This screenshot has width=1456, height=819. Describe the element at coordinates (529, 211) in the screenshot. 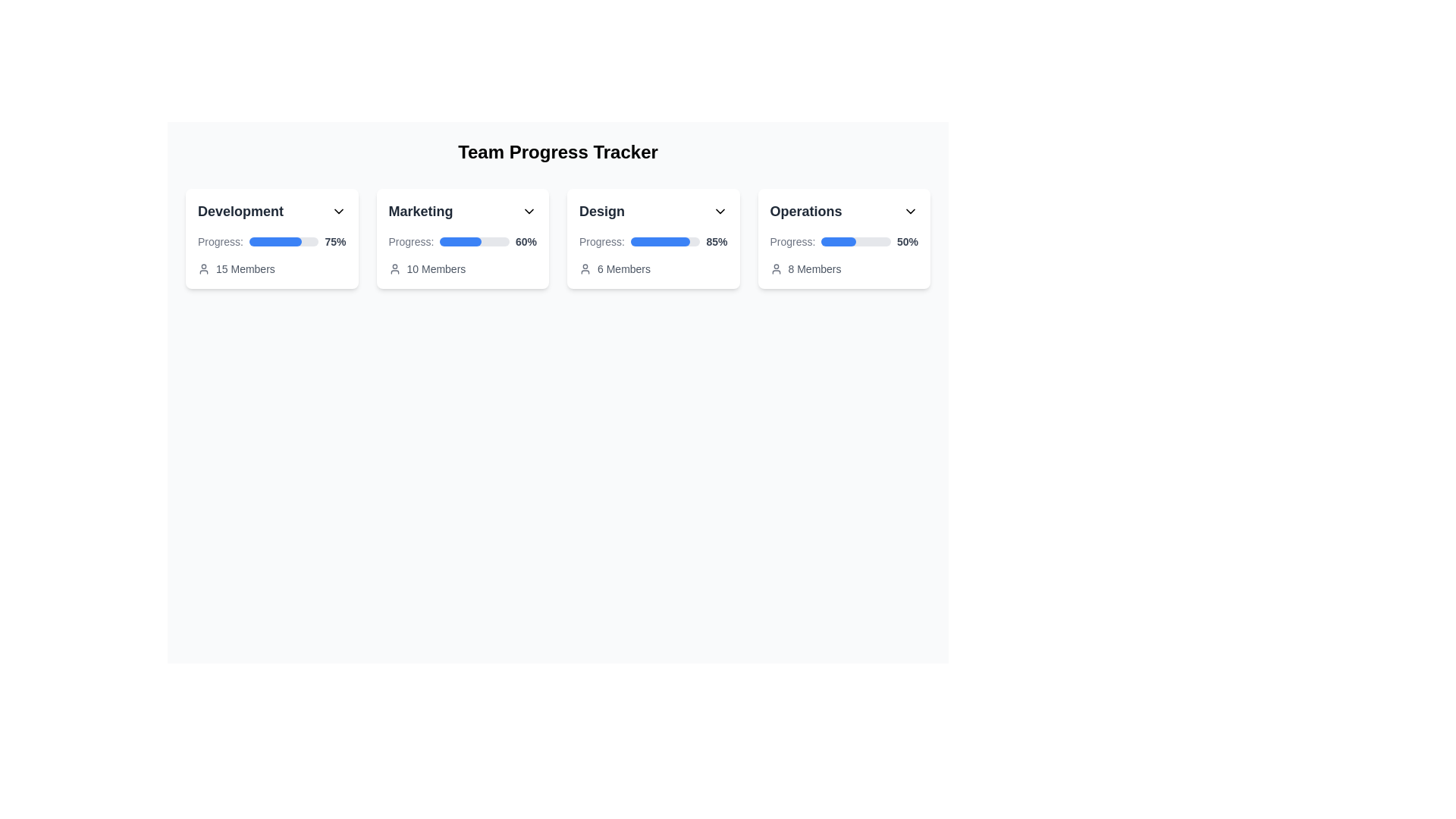

I see `the dropdown indicator icon button located in the upper-right corner of the 'Marketing' card` at that location.